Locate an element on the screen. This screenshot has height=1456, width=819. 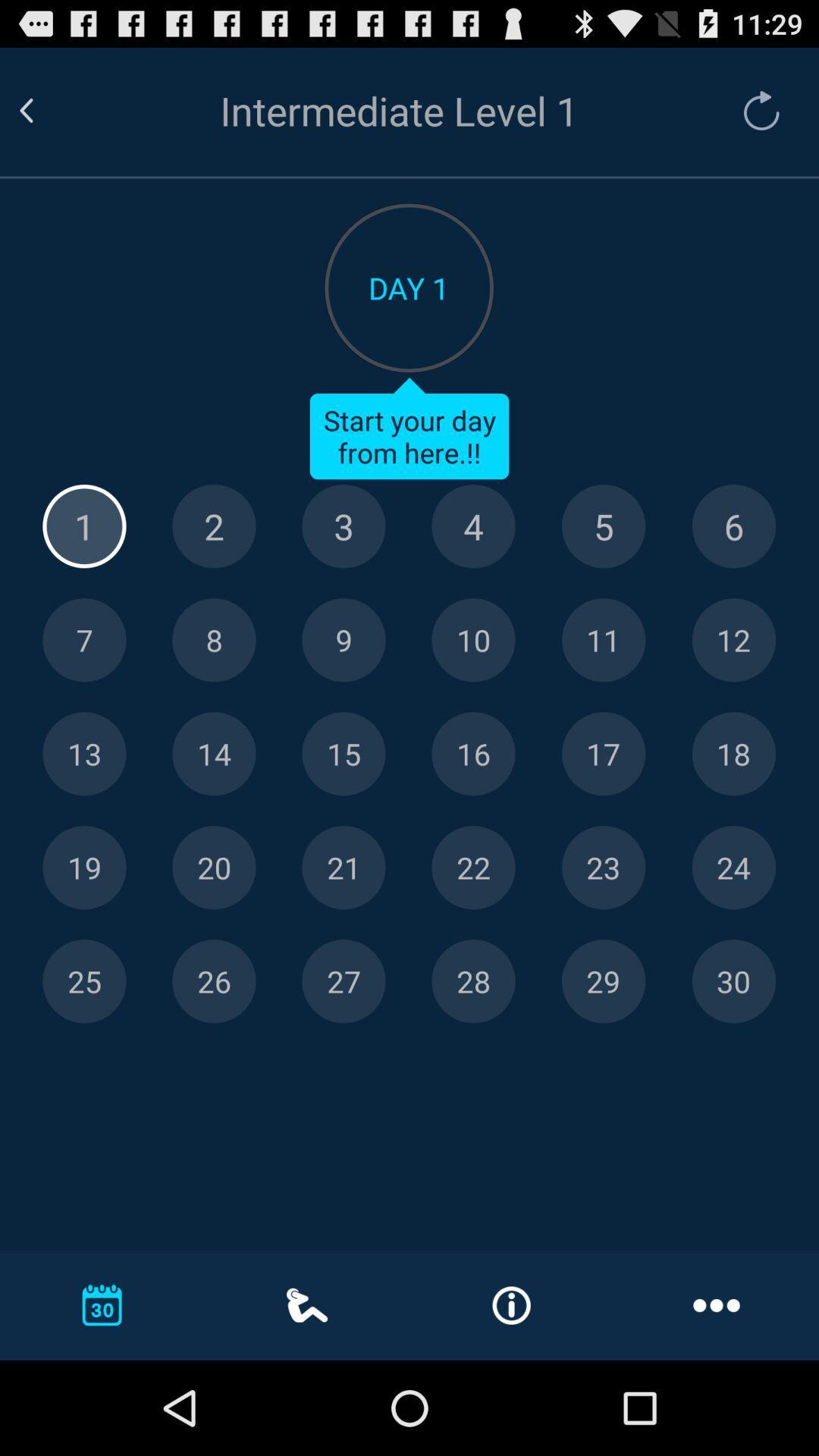
day is located at coordinates (84, 868).